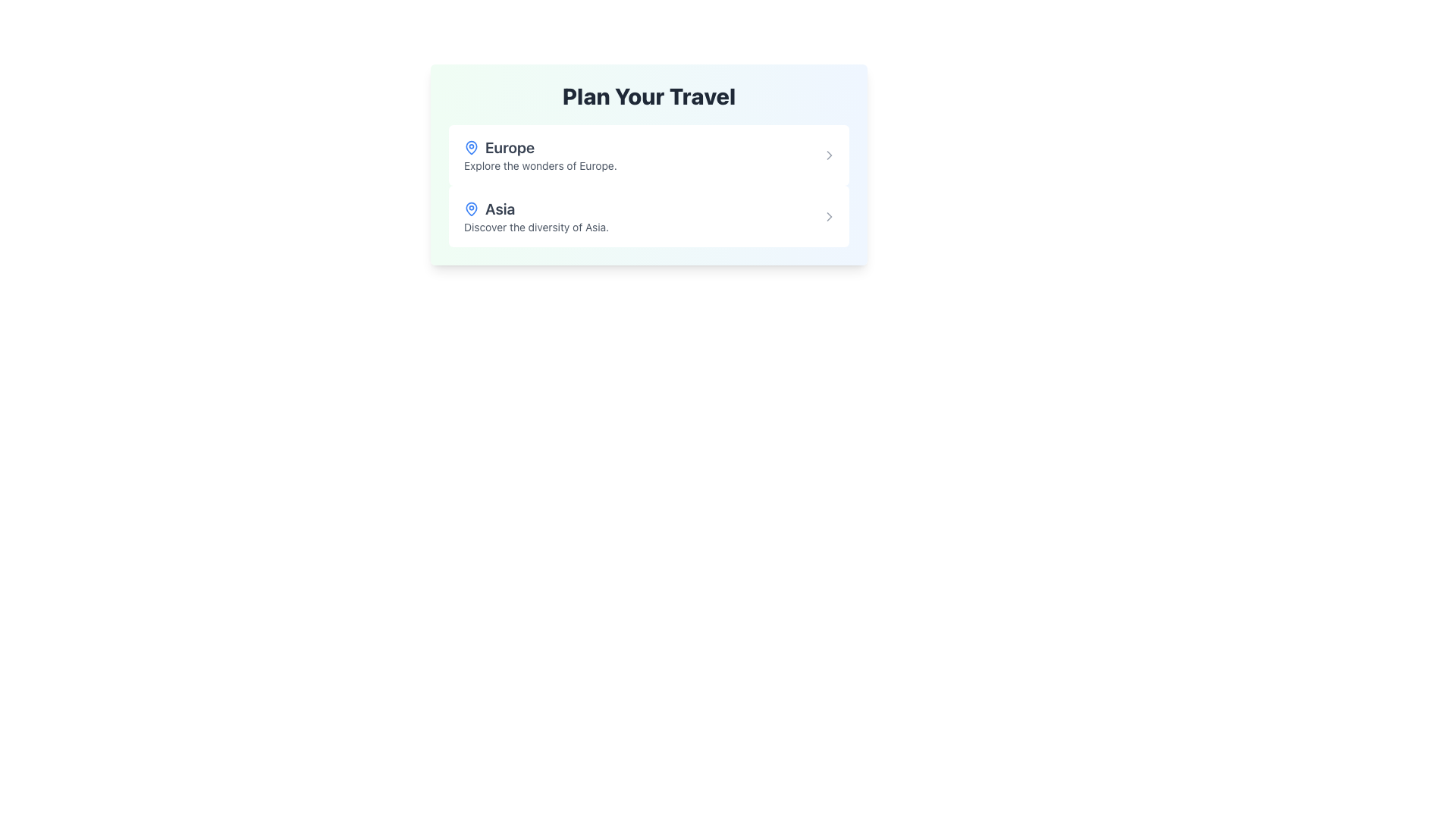 This screenshot has height=819, width=1456. What do you see at coordinates (829, 216) in the screenshot?
I see `the icon located at the right end of the 'Asia' section` at bounding box center [829, 216].